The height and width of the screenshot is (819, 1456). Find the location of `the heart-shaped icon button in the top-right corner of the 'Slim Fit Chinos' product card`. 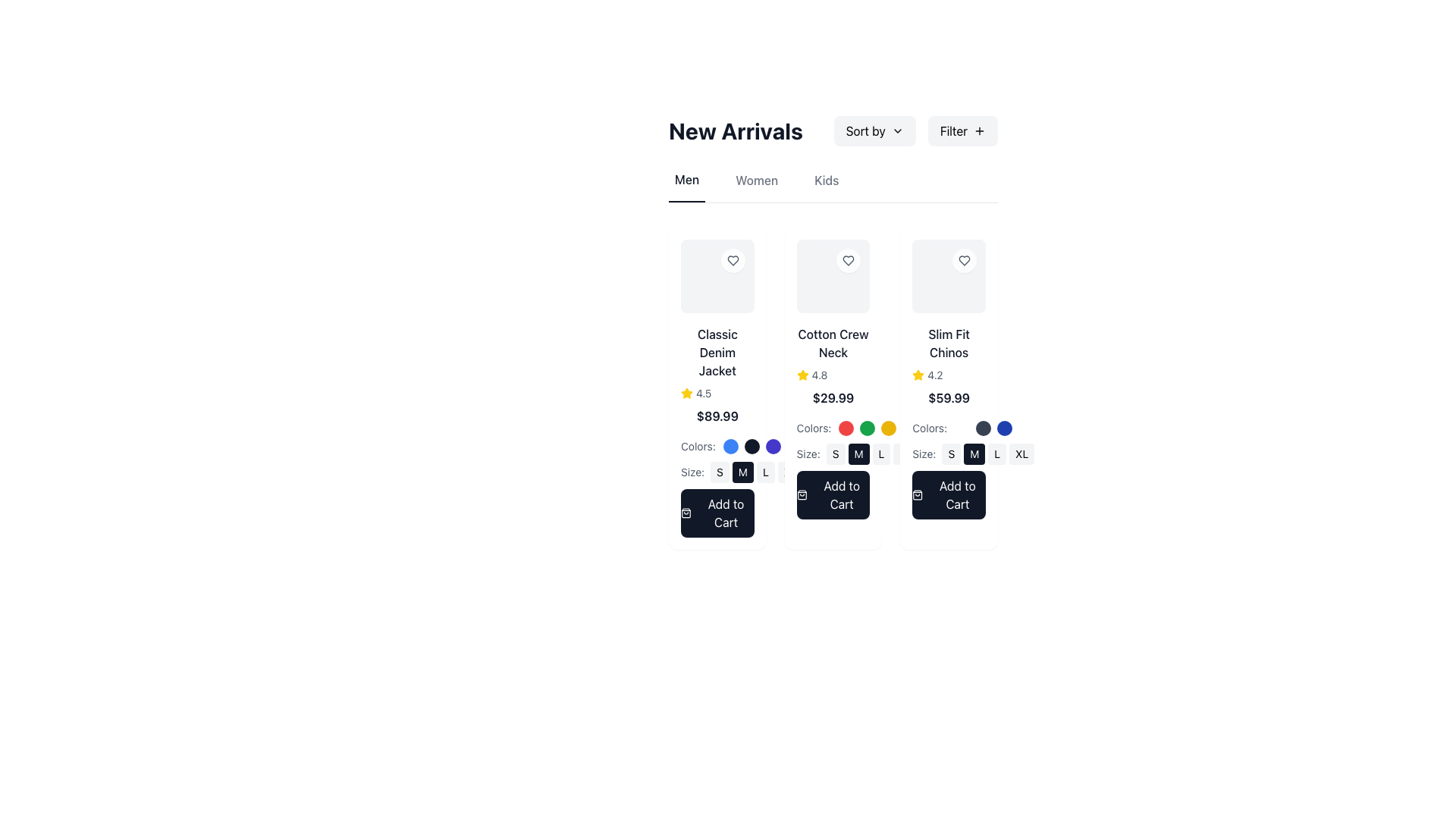

the heart-shaped icon button in the top-right corner of the 'Slim Fit Chinos' product card is located at coordinates (964, 259).